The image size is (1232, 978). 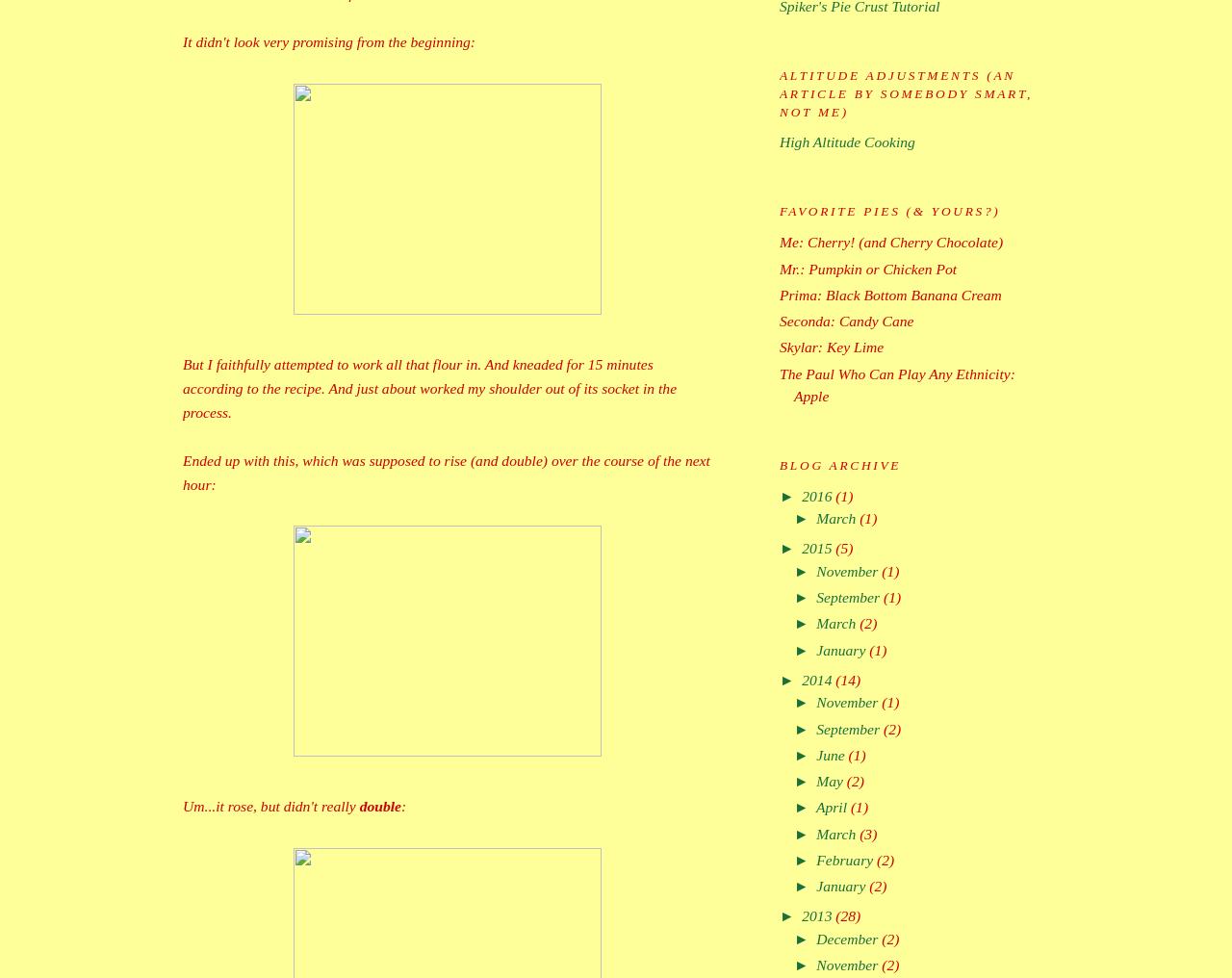 I want to click on 'Seconda: Candy Cane', so click(x=846, y=321).